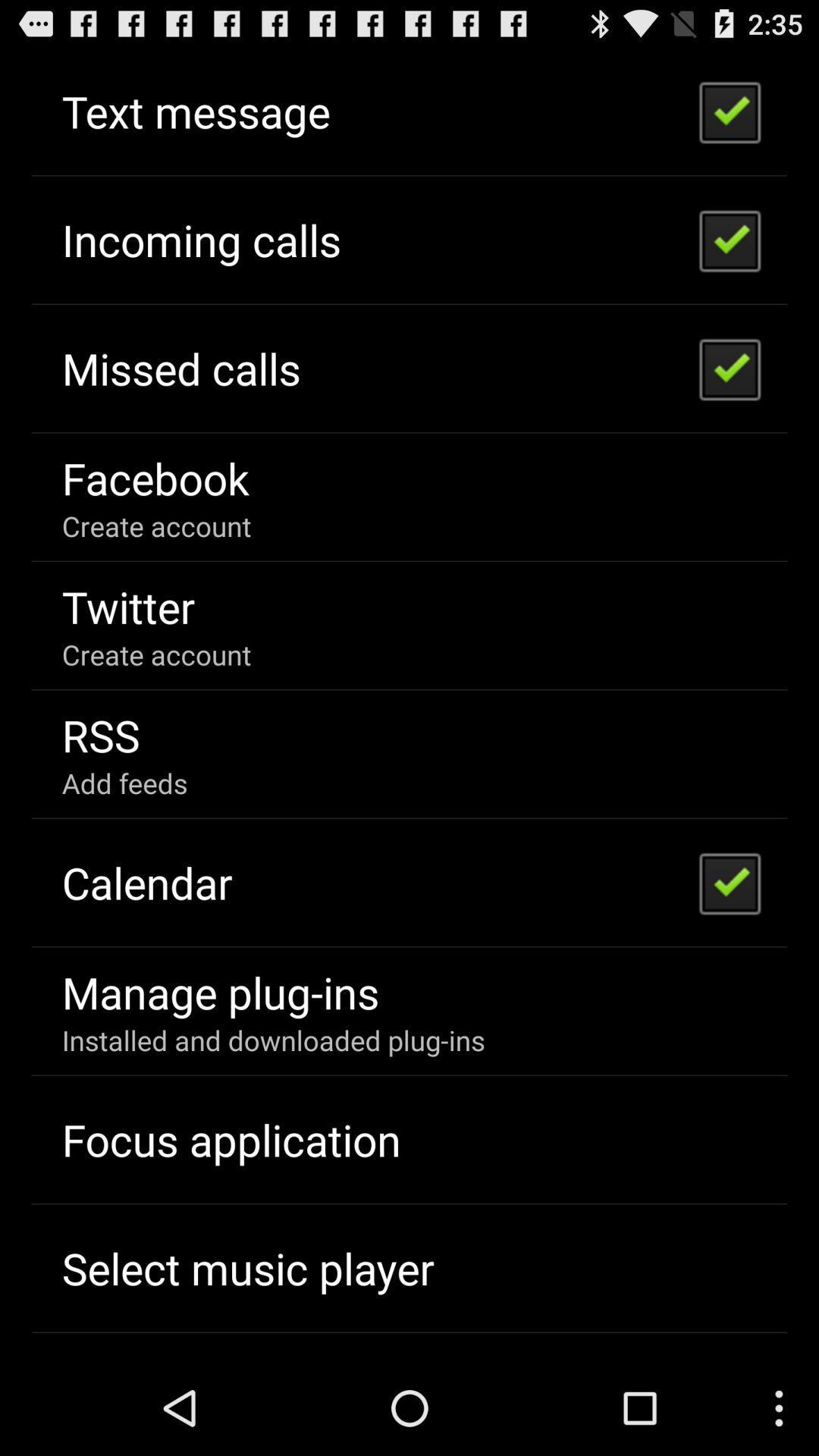 The width and height of the screenshot is (819, 1456). Describe the element at coordinates (127, 605) in the screenshot. I see `item below create account app` at that location.